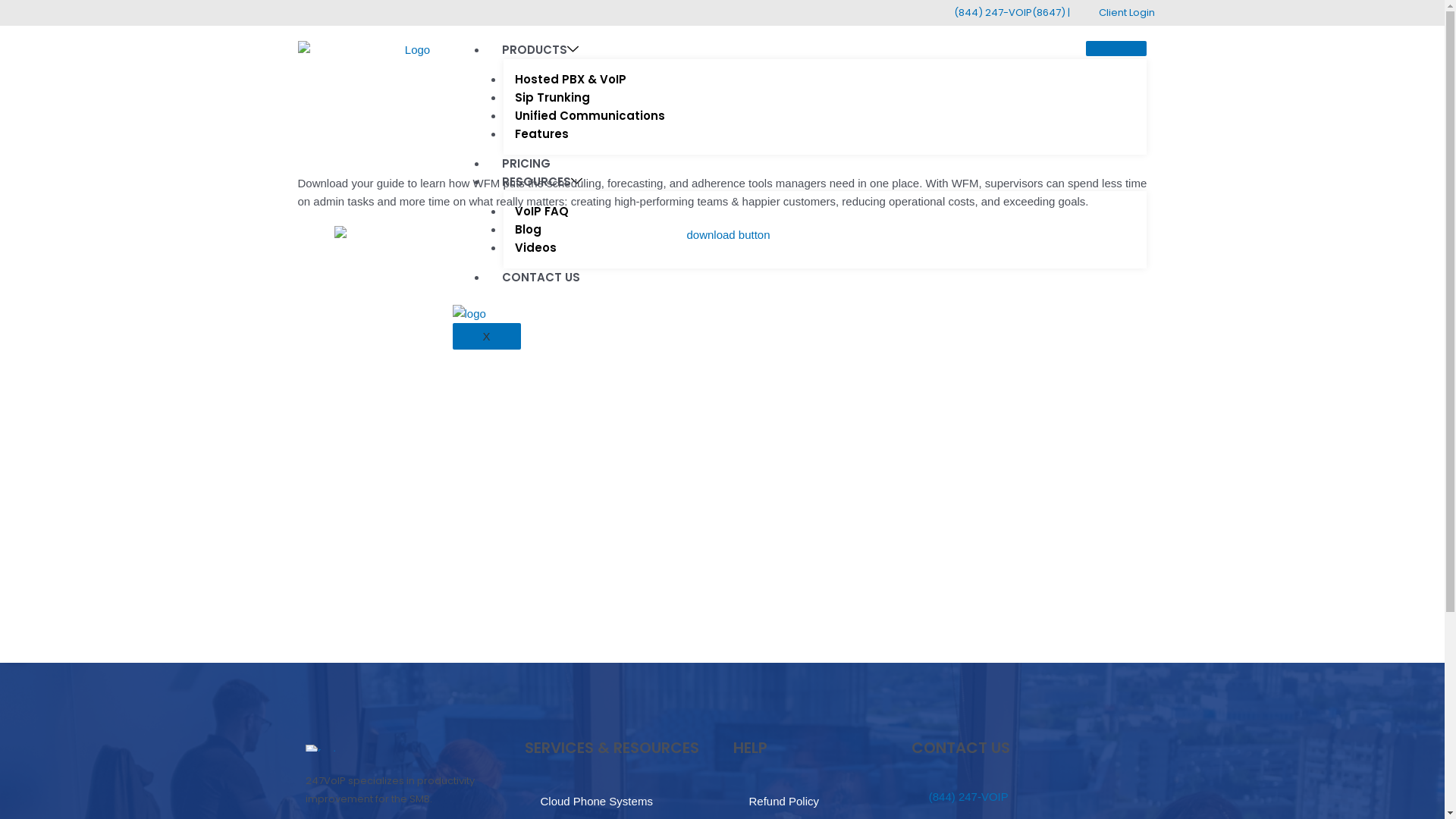 This screenshot has width=1456, height=819. I want to click on 'PRODUCTS', so click(540, 49).